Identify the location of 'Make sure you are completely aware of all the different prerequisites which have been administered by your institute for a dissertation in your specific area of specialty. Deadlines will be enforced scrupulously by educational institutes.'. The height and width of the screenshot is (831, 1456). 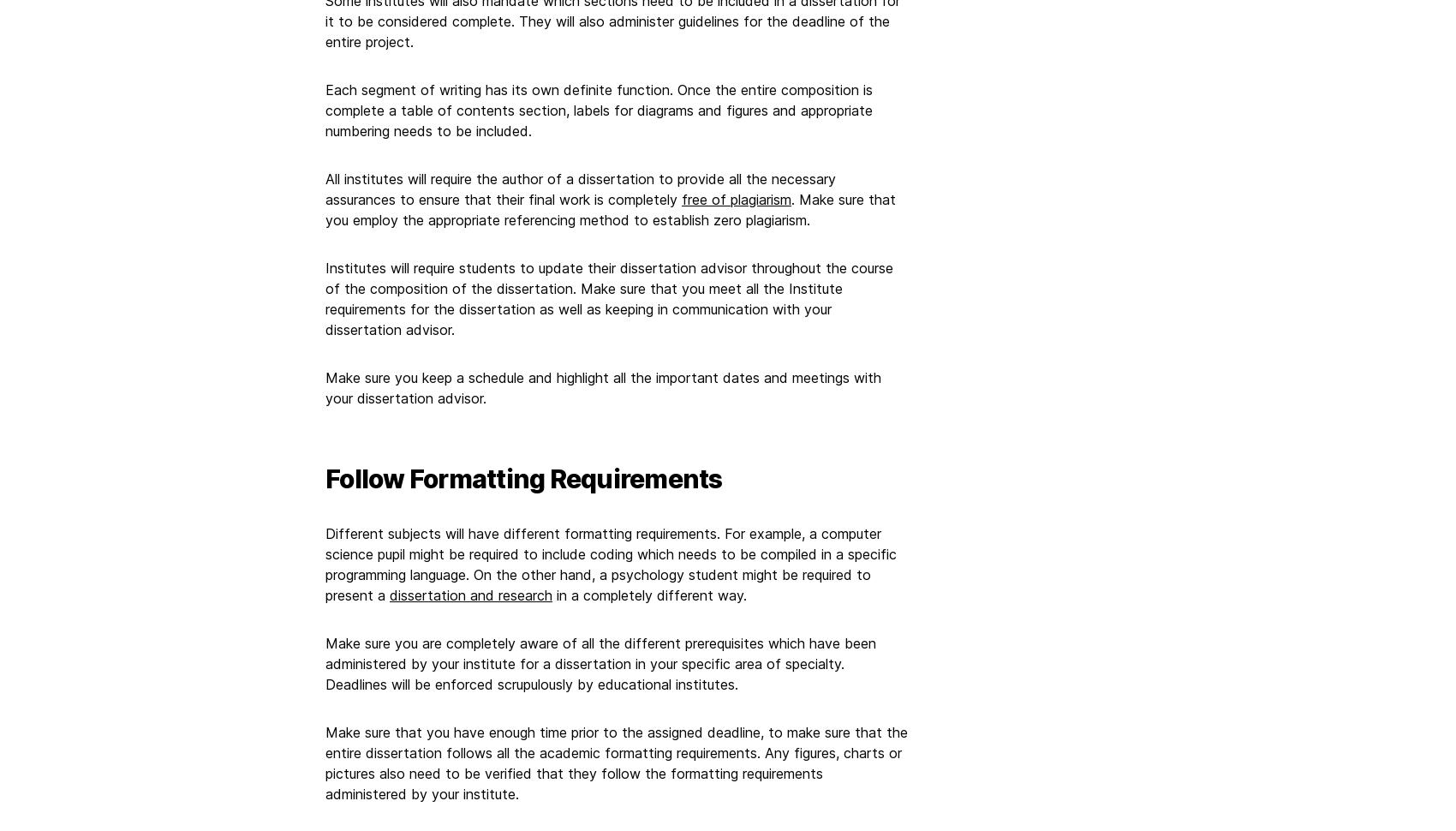
(600, 661).